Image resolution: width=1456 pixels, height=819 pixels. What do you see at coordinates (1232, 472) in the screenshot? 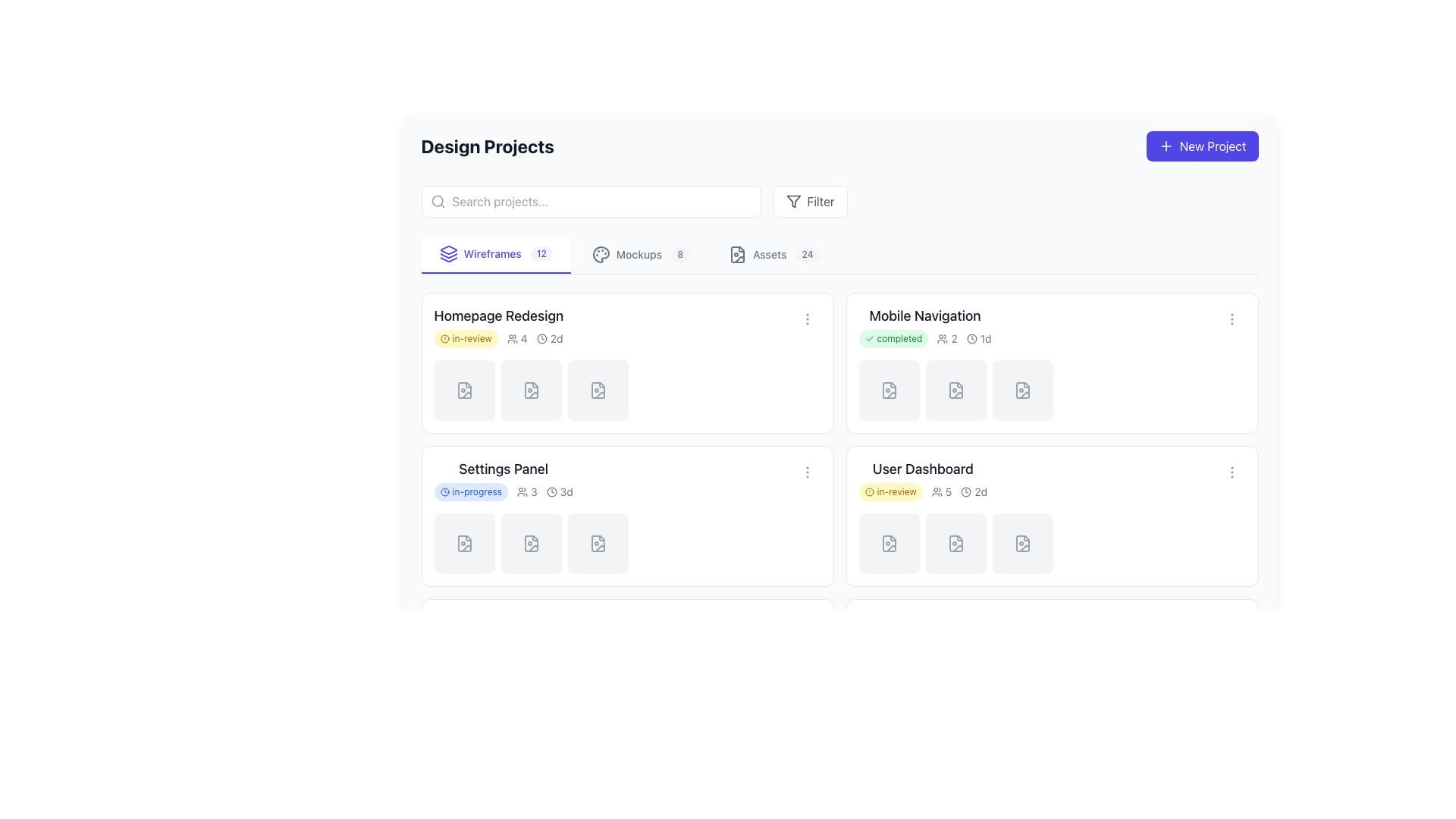
I see `the vertical ellipsis icon button located in the upper-right corner of the 'User Dashboard' card` at bounding box center [1232, 472].